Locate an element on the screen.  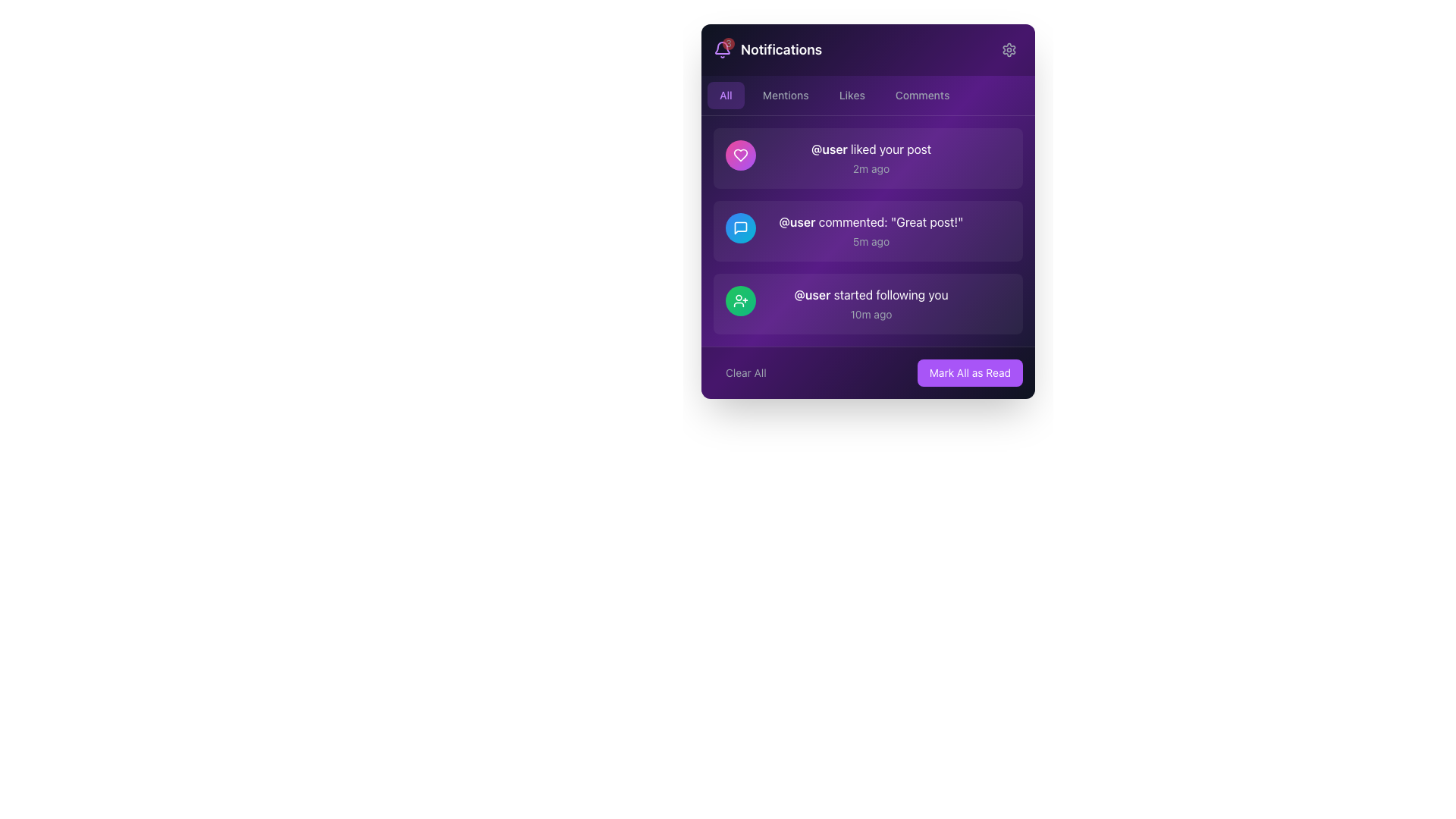
the circular green gradient icon with a white plus-shaped user icon, located on the far left side of the notification row that mentions '@user started following you' is located at coordinates (741, 301).